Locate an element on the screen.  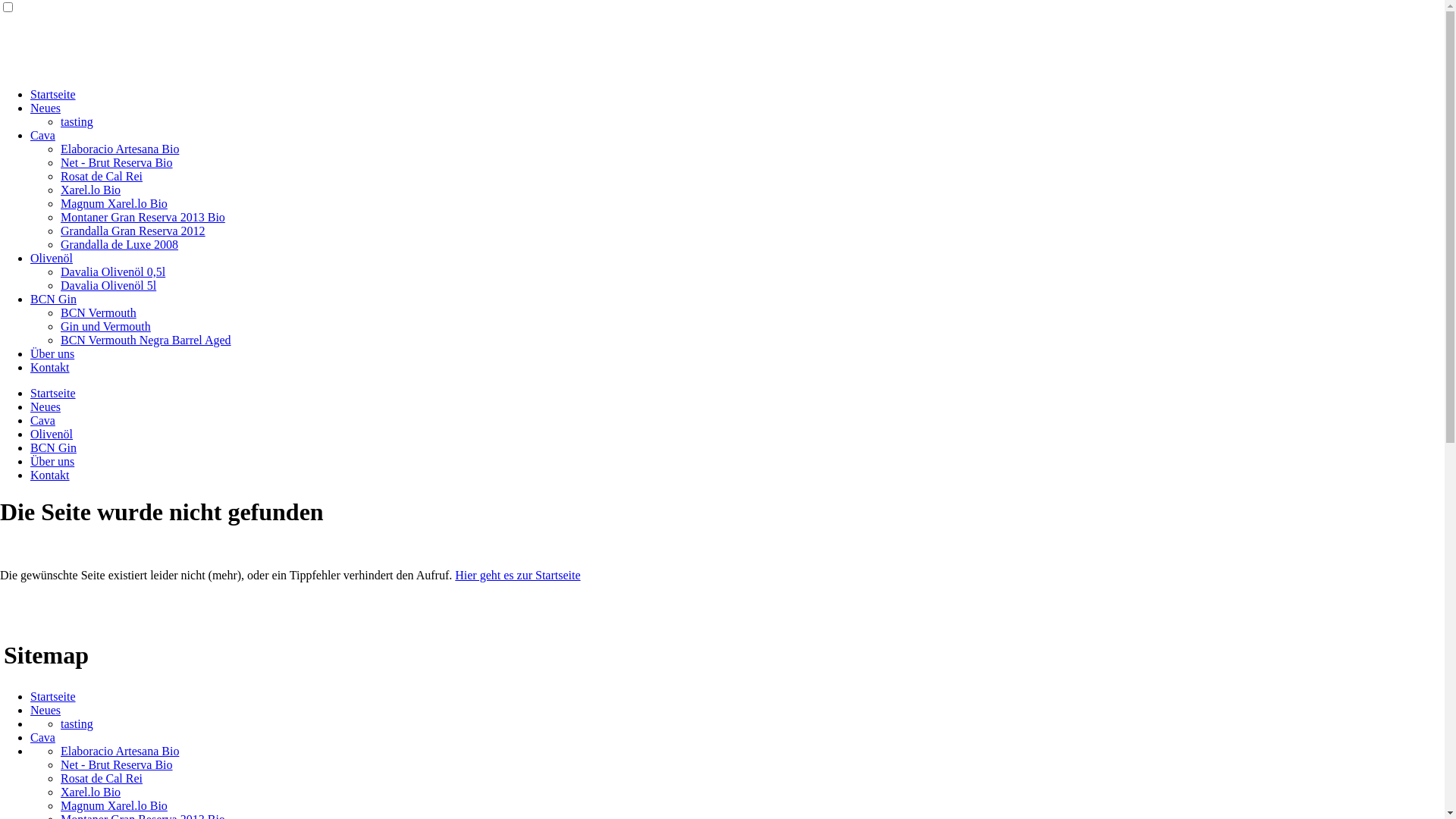
'BCN Gin' is located at coordinates (53, 299).